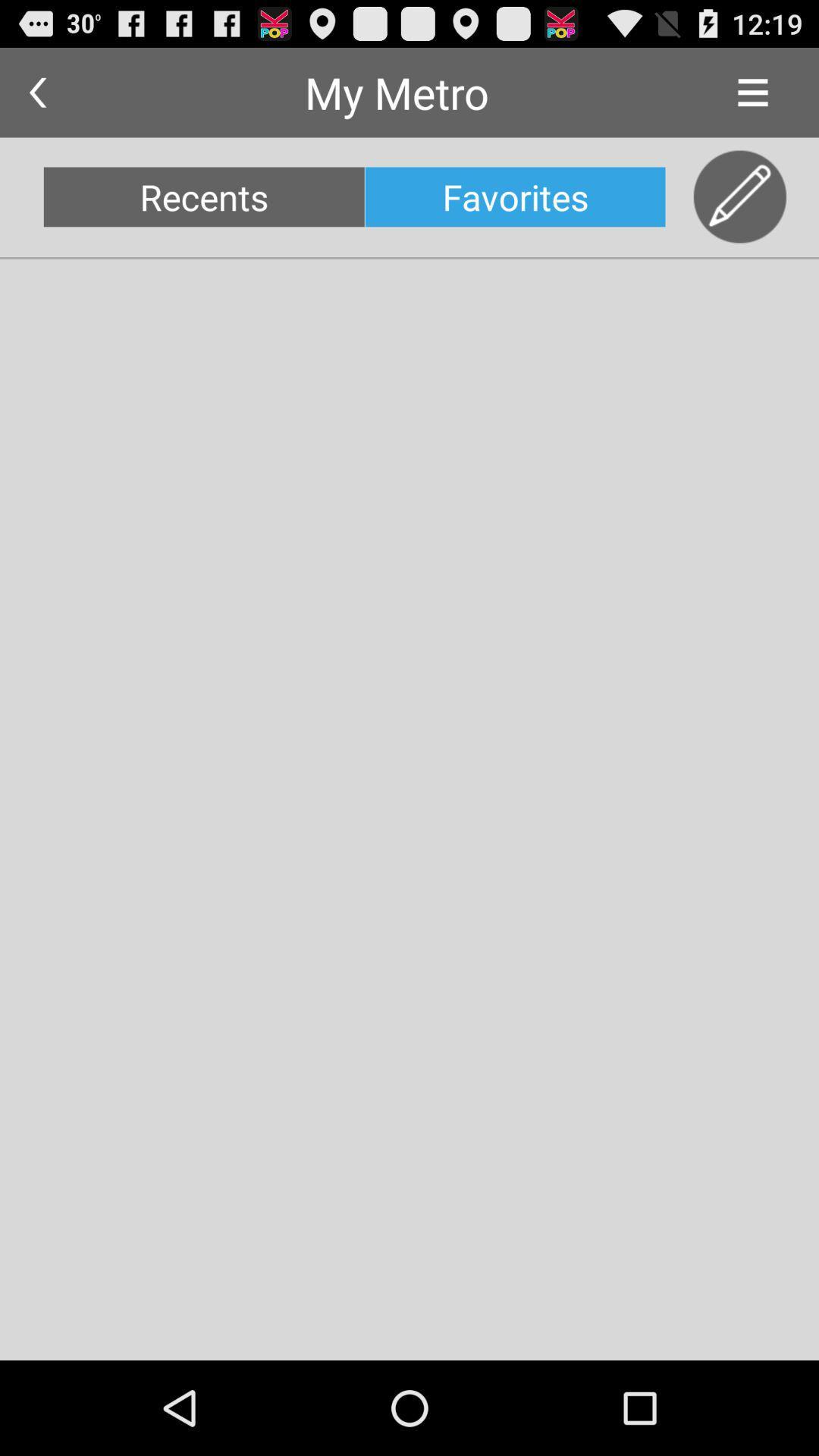  I want to click on the item above recents item, so click(36, 92).